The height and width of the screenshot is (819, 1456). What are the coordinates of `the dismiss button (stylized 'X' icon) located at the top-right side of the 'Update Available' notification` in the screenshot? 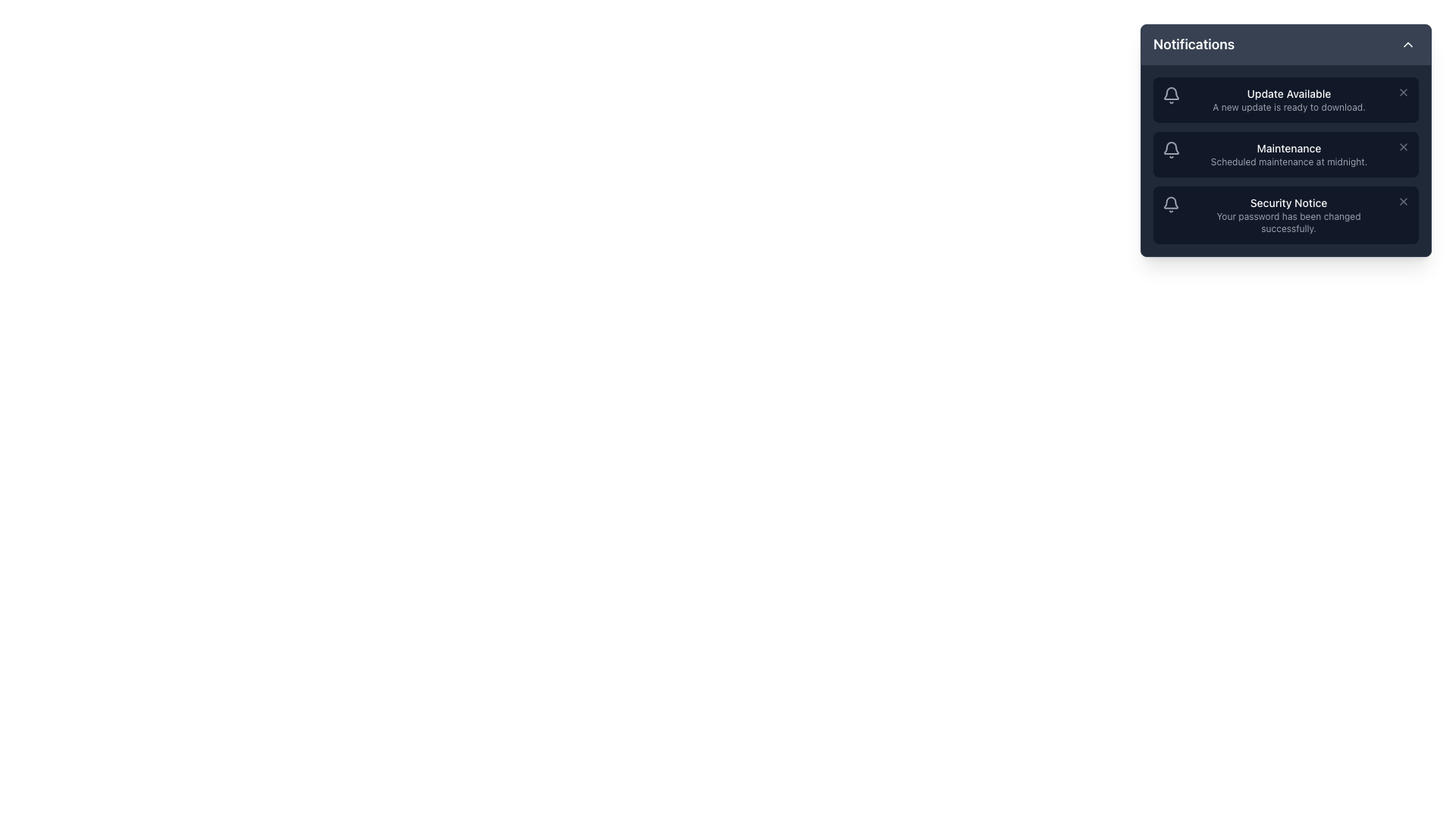 It's located at (1403, 93).